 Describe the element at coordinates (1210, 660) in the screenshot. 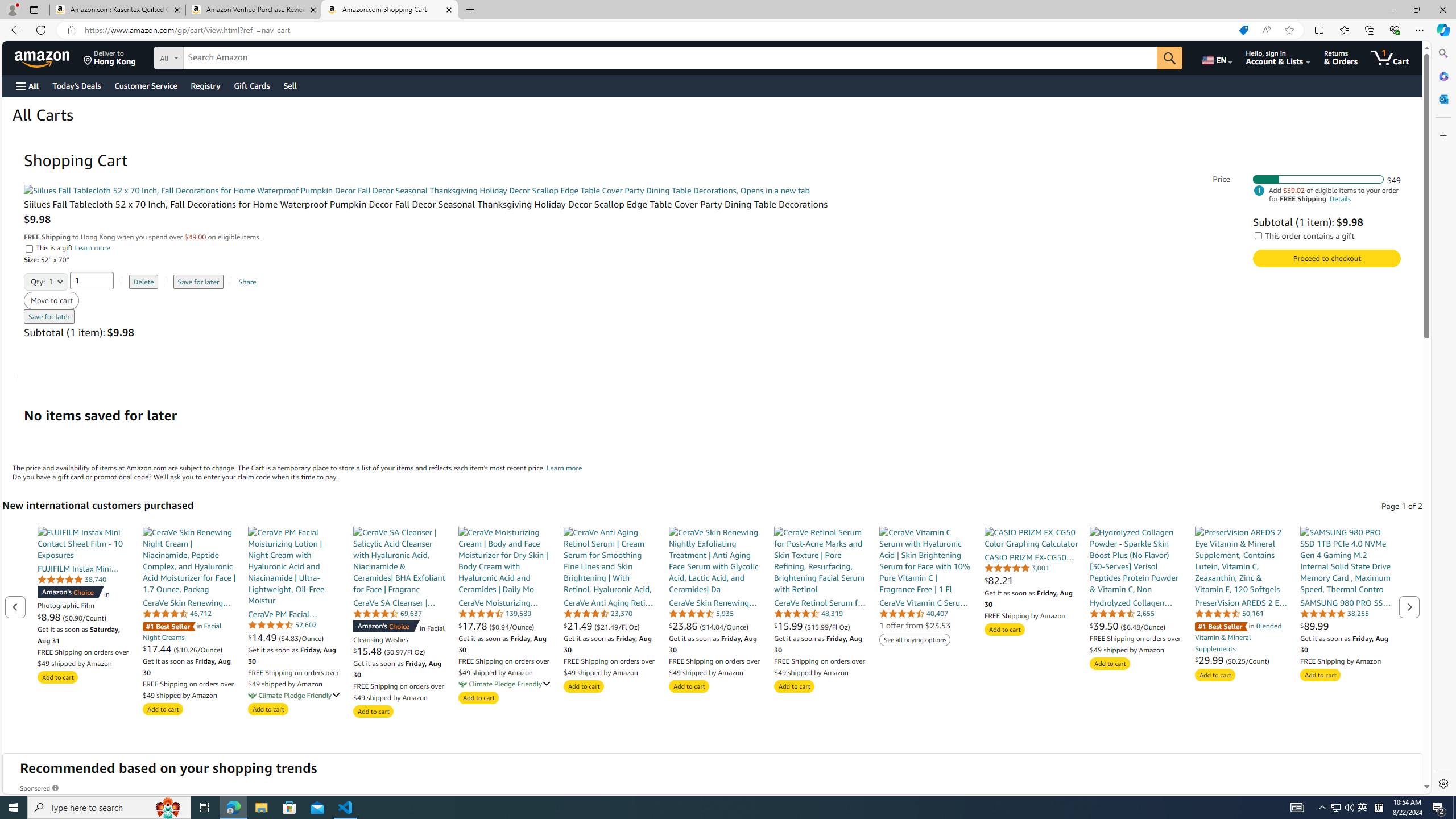

I see `'$29.99 '` at that location.